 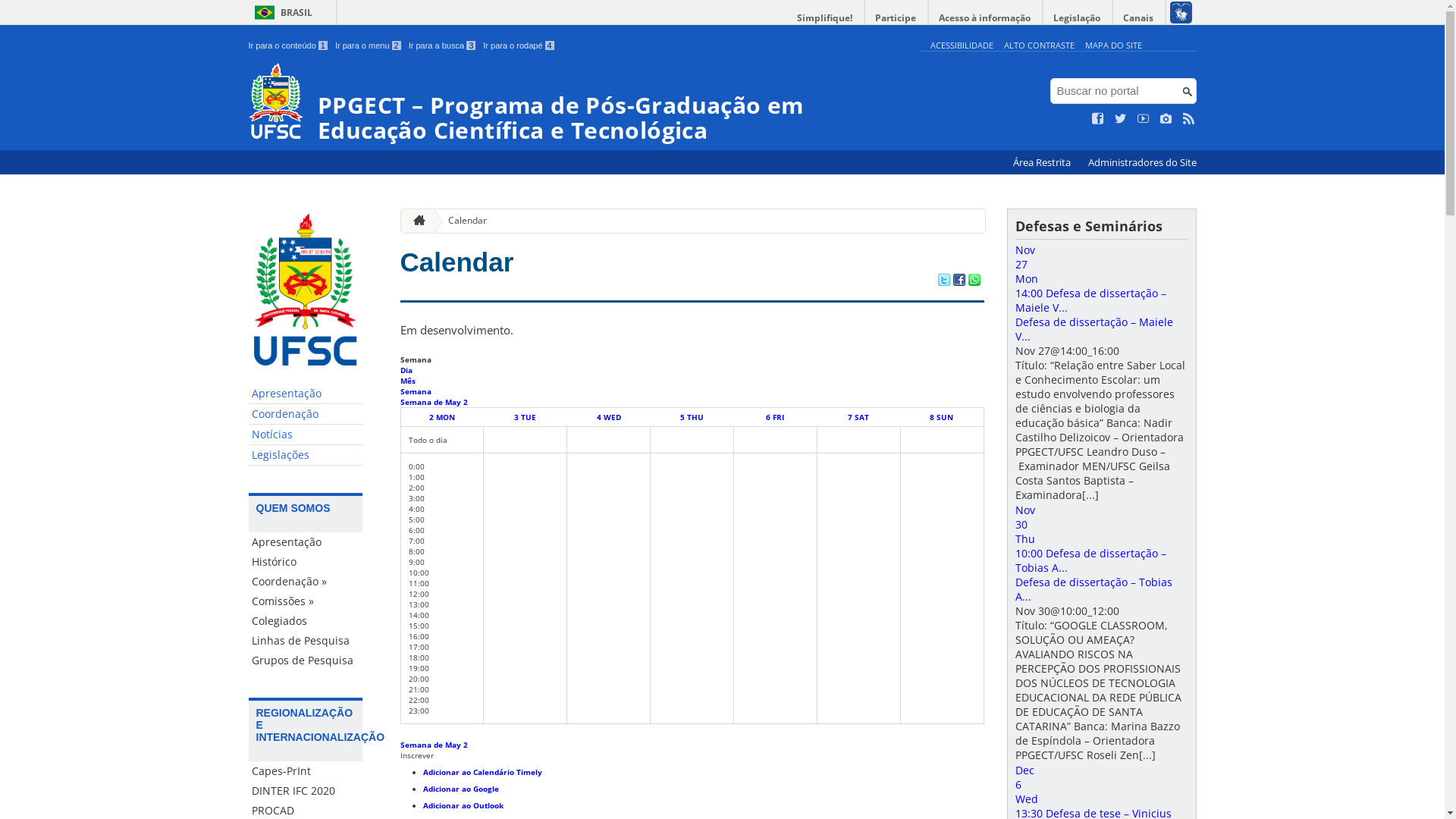 What do you see at coordinates (1092, 118) in the screenshot?
I see `'Curta no Facebook'` at bounding box center [1092, 118].